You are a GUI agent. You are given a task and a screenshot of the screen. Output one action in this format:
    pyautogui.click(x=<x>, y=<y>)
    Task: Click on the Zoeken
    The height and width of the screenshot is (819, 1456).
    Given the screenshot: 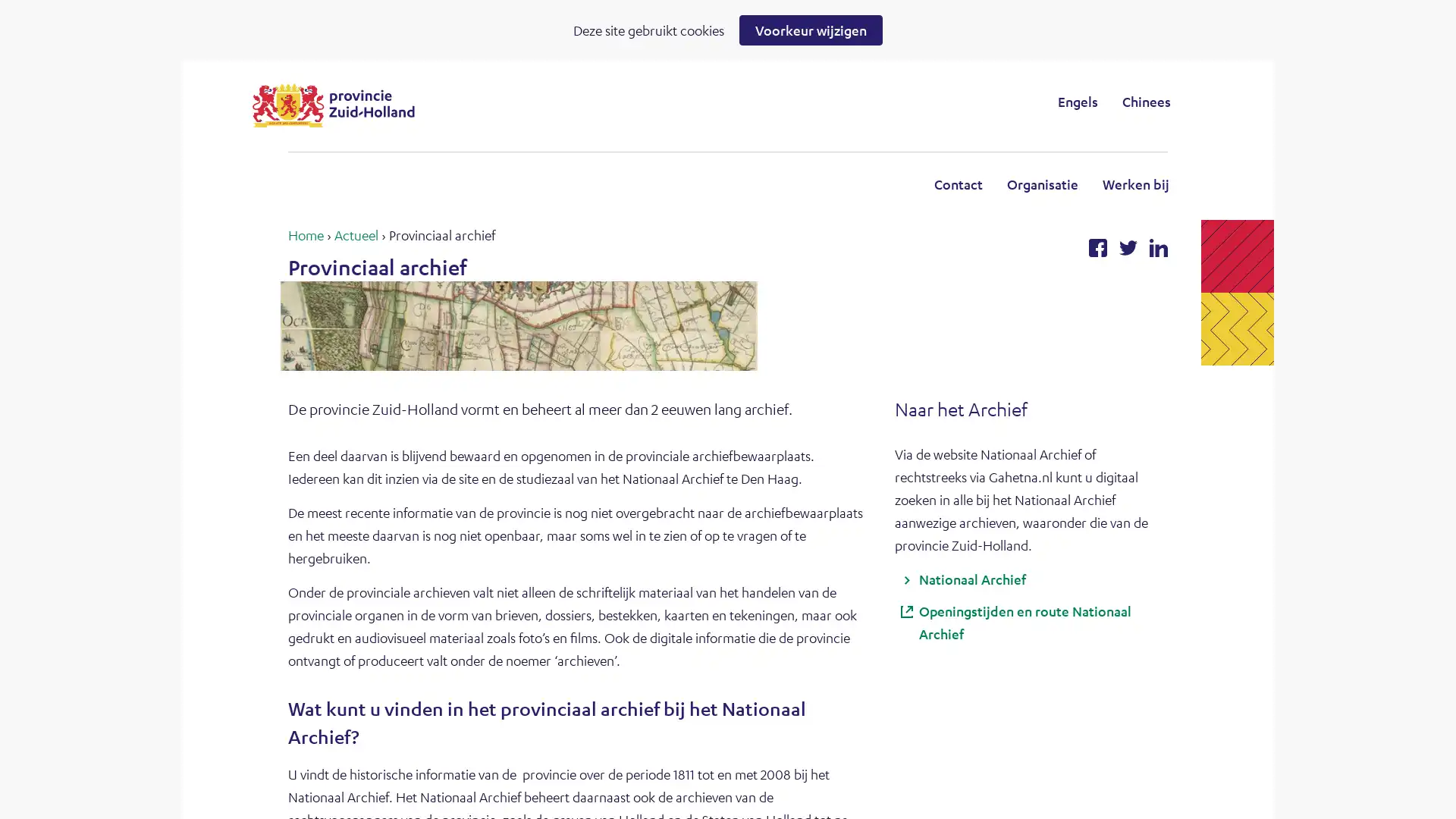 What is the action you would take?
    pyautogui.click(x=852, y=101)
    